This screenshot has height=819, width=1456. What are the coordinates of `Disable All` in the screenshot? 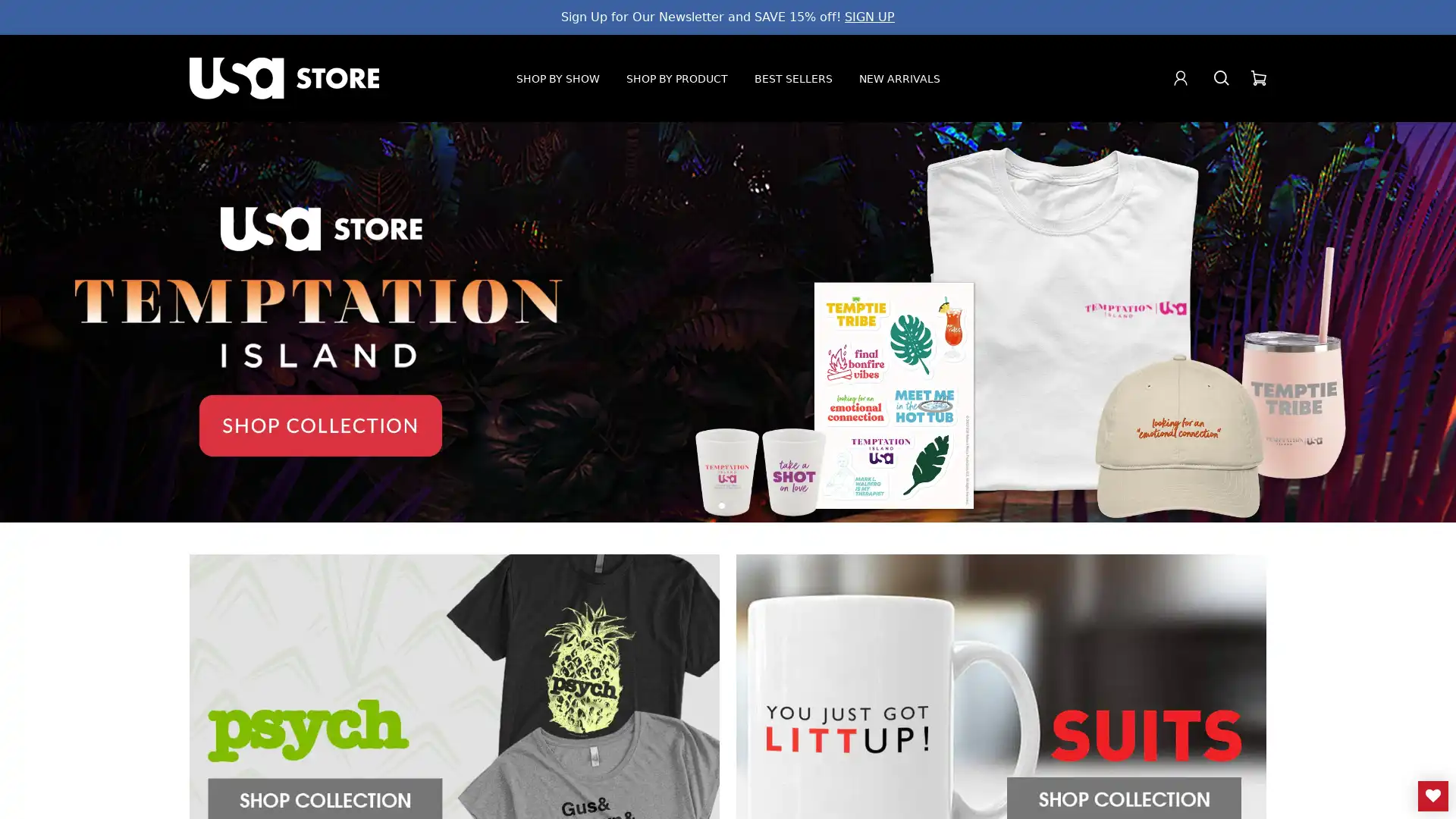 It's located at (1167, 792).